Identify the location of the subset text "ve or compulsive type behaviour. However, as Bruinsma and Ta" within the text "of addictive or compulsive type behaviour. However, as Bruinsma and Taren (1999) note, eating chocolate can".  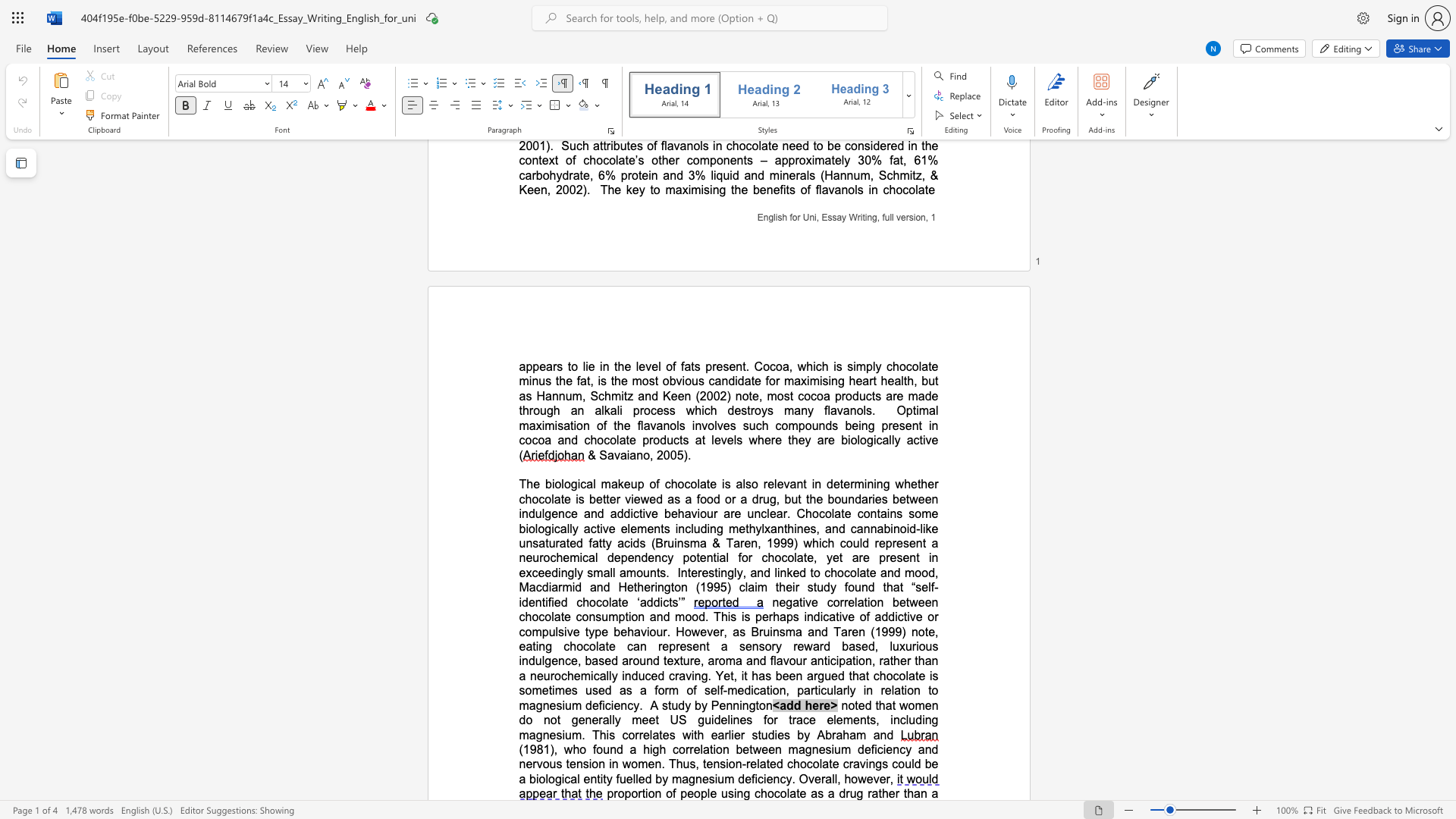
(909, 617).